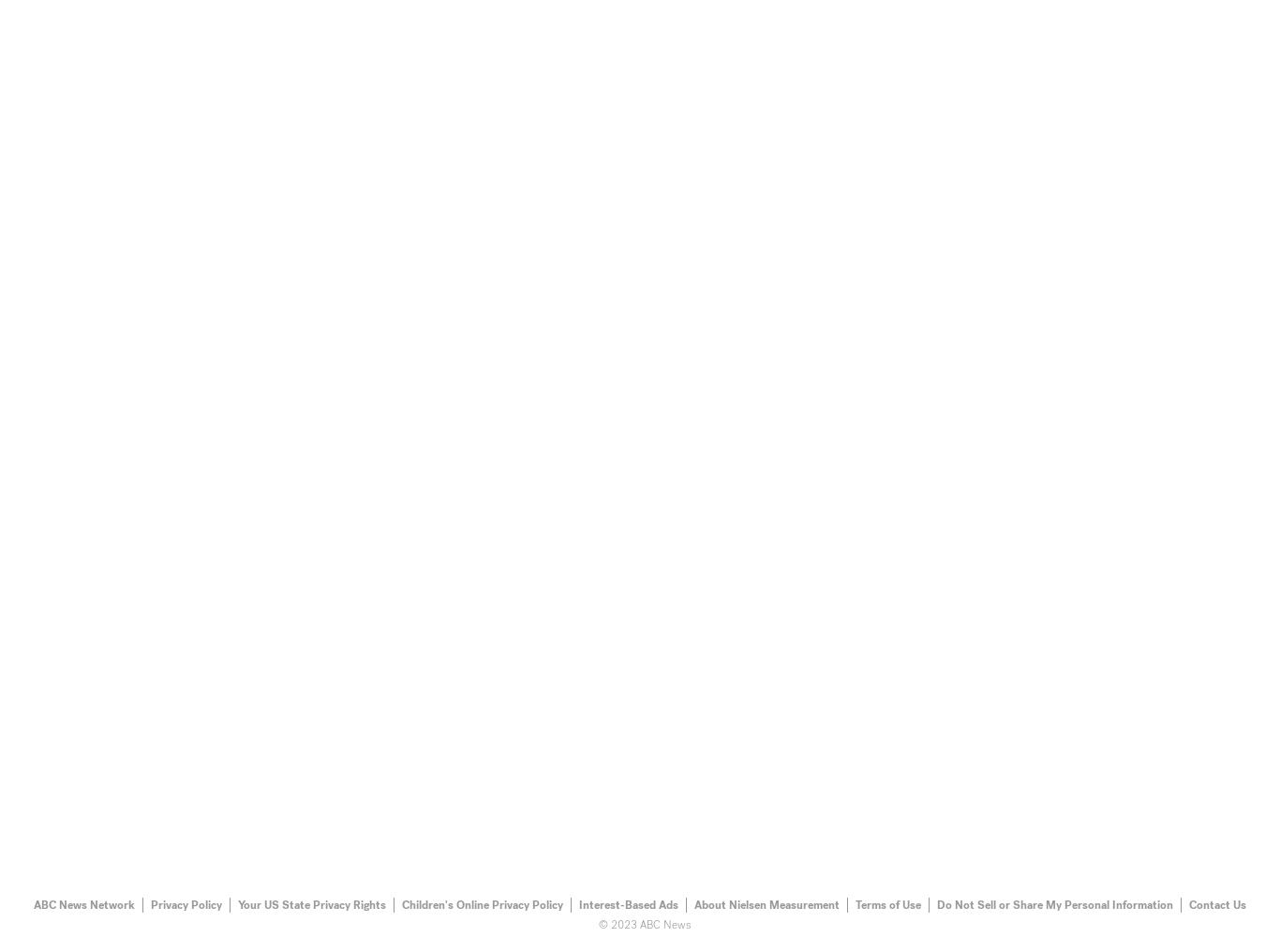  I want to click on 'Privacy Policy', so click(186, 903).